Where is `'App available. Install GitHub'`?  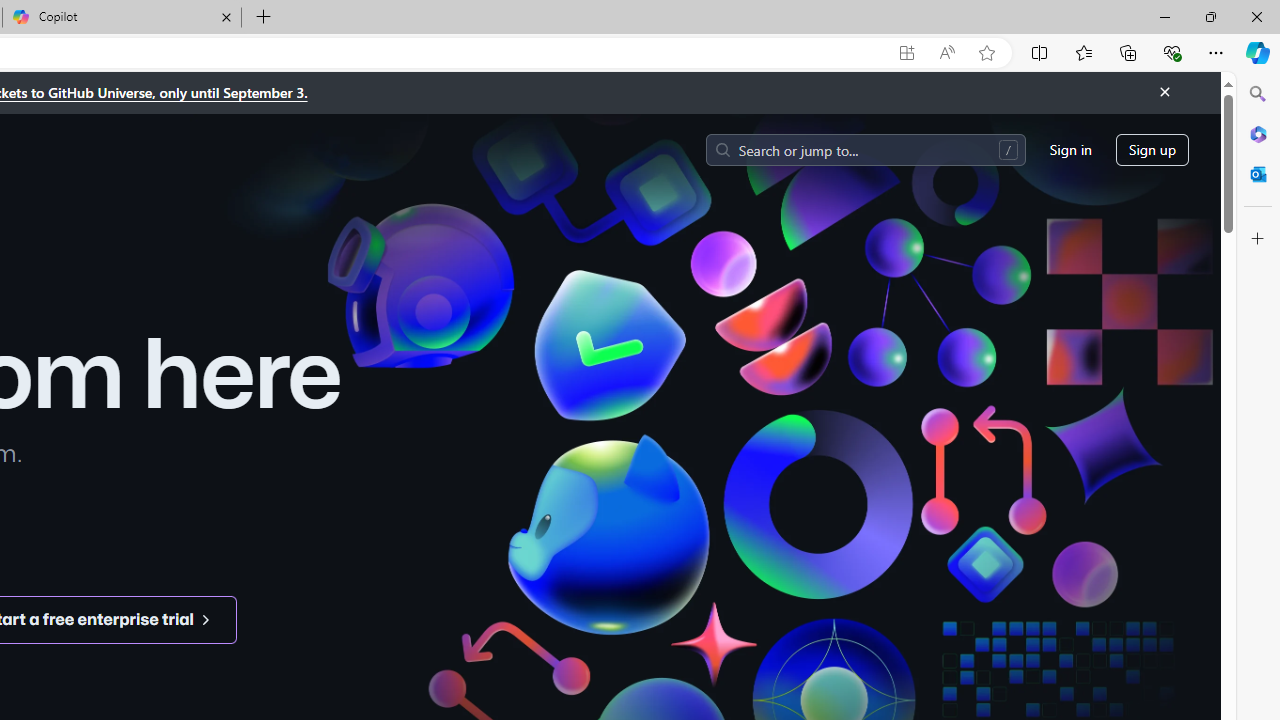 'App available. Install GitHub' is located at coordinates (905, 52).